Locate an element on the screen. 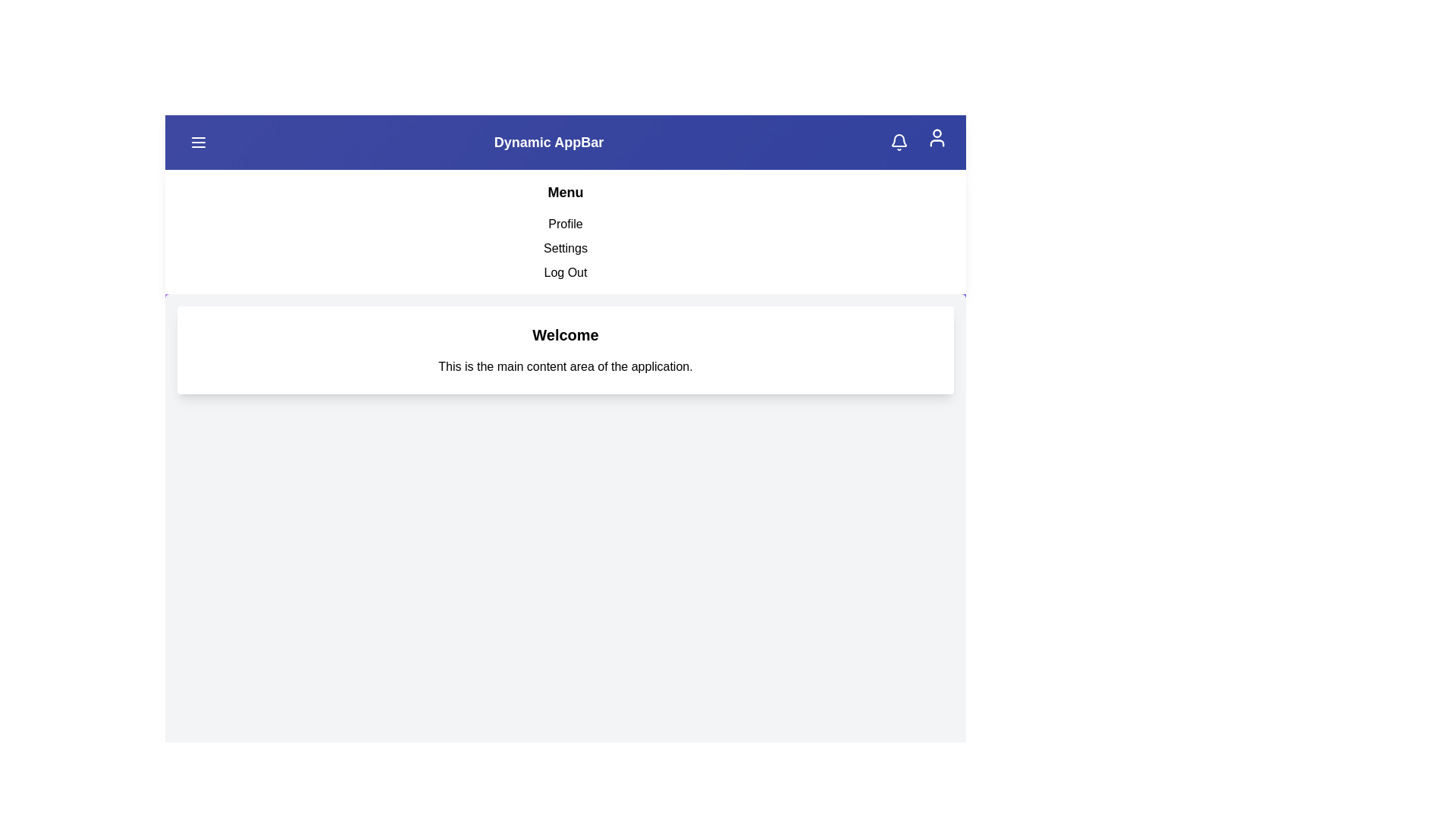  the menu item Profile to navigate to its respective section is located at coordinates (564, 224).